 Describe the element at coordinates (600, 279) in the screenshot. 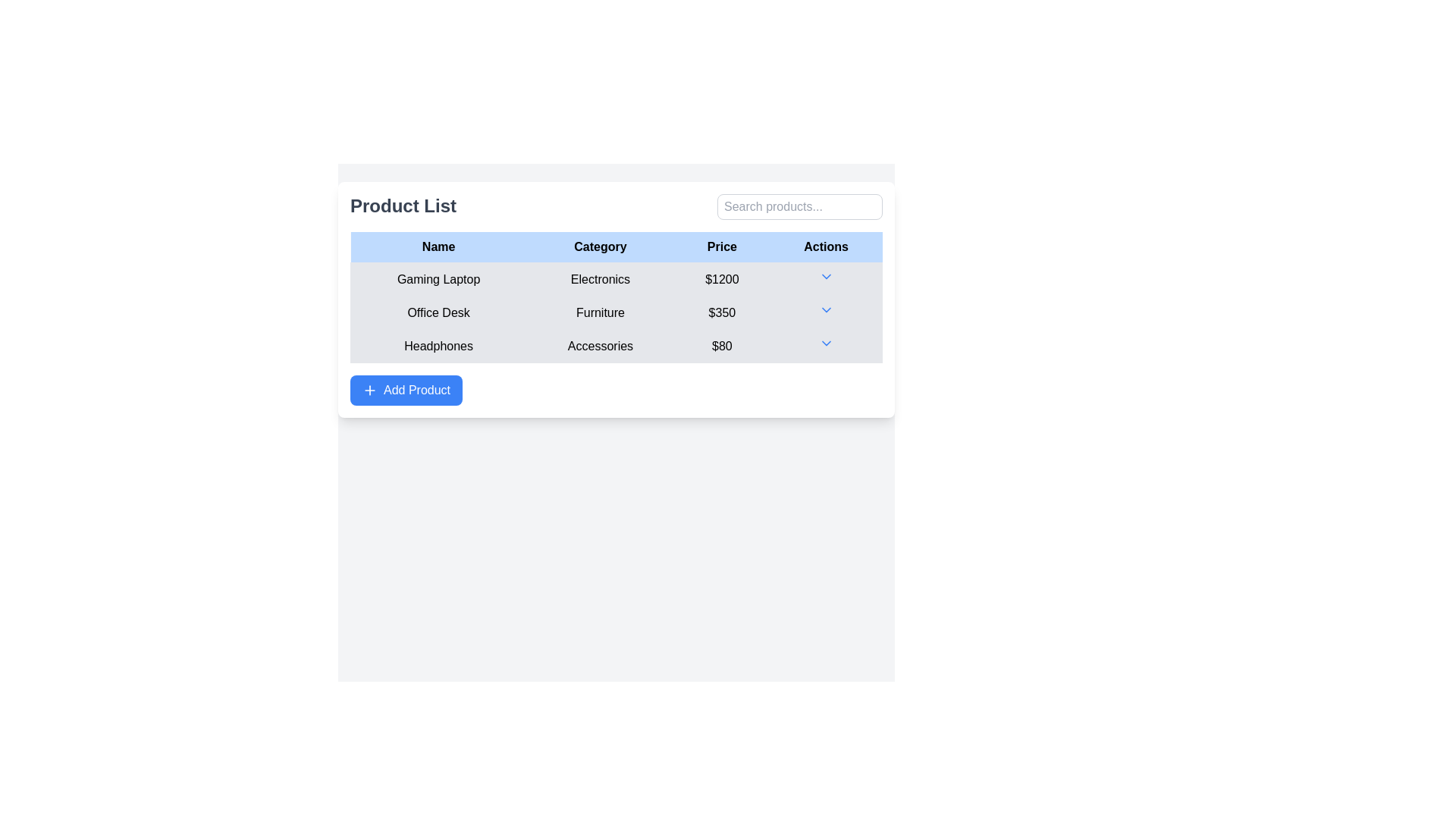

I see `text label in the second cell of the 'Category' column that identifies the product 'Gaming Laptop' as belonging to the 'Electronics' category` at that location.